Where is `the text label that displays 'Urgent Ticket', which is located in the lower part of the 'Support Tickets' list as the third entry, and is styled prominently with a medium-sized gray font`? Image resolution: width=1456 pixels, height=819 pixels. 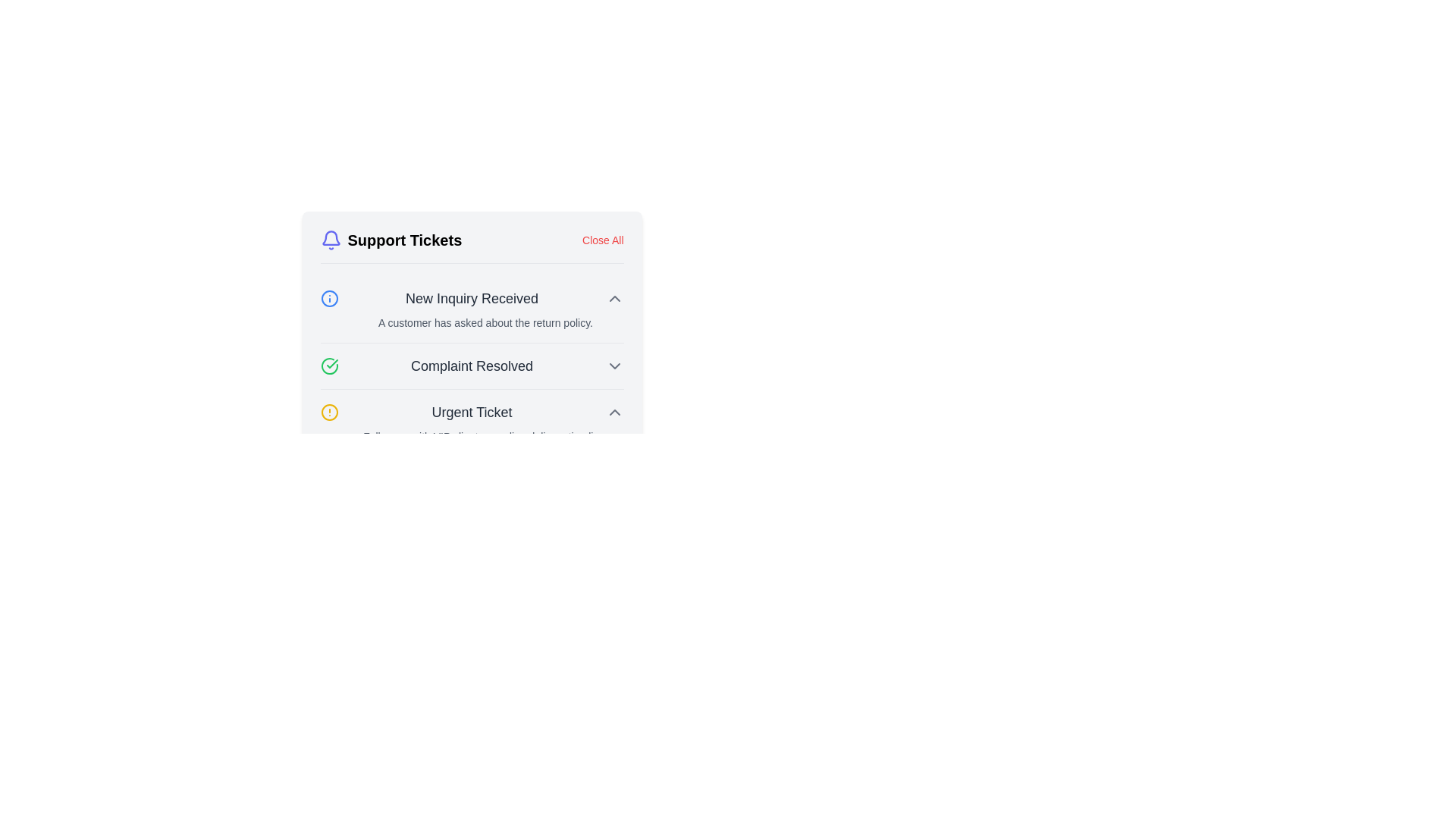
the text label that displays 'Urgent Ticket', which is located in the lower part of the 'Support Tickets' list as the third entry, and is styled prominently with a medium-sized gray font is located at coordinates (471, 412).